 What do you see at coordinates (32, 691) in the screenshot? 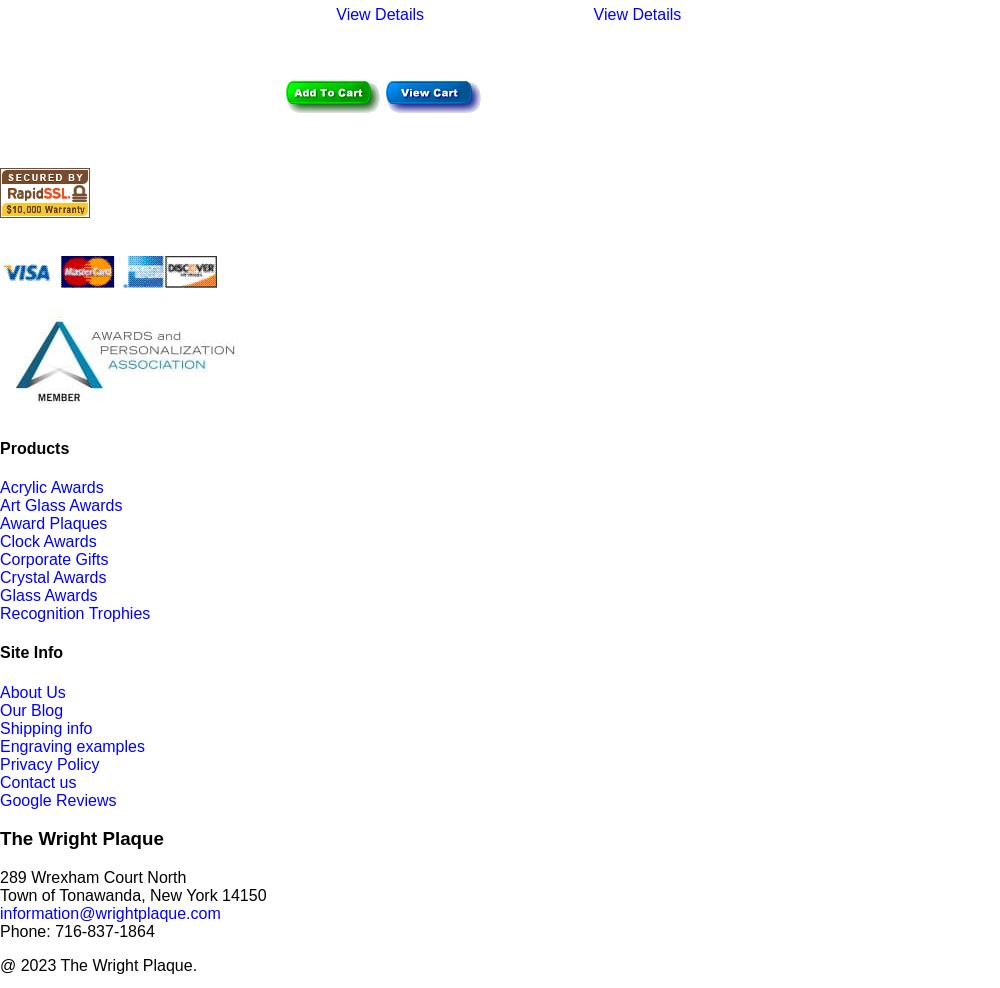
I see `'About Us'` at bounding box center [32, 691].